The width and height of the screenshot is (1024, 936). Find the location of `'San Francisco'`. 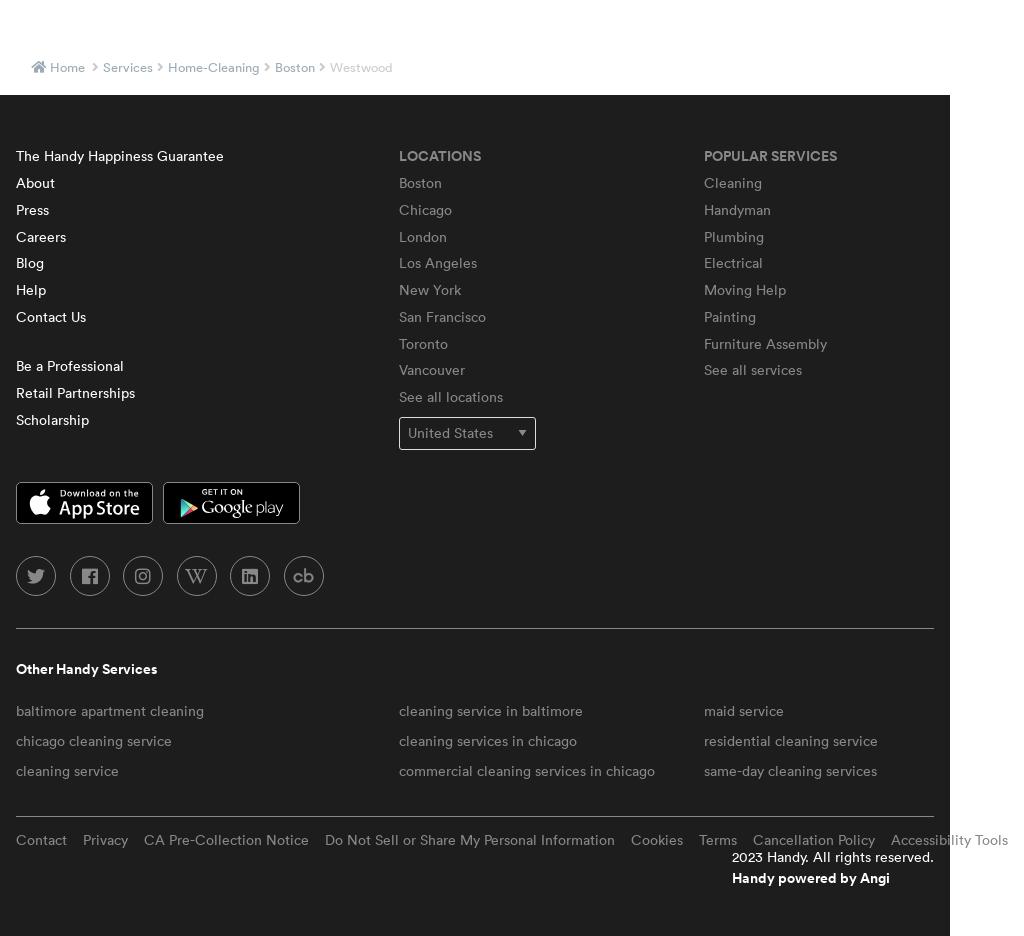

'San Francisco' is located at coordinates (441, 314).